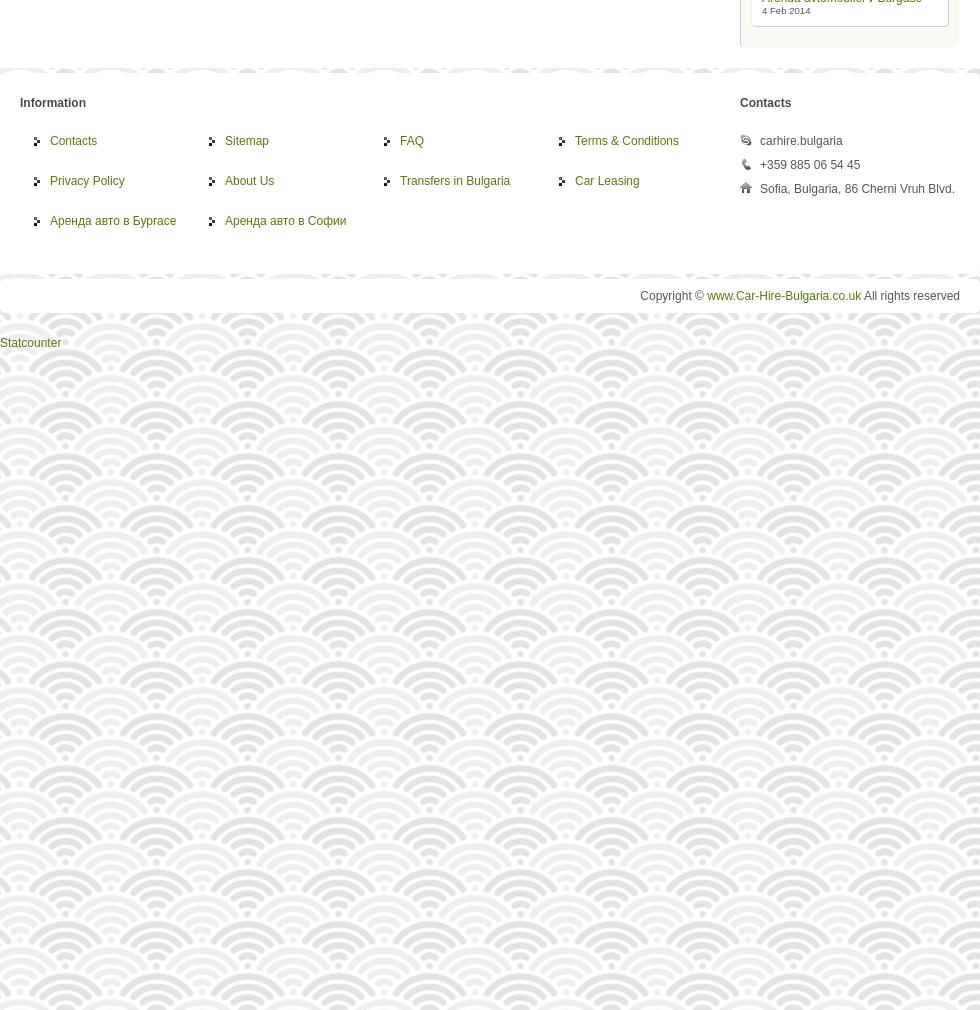  Describe the element at coordinates (673, 296) in the screenshot. I see `'Copyright ©'` at that location.